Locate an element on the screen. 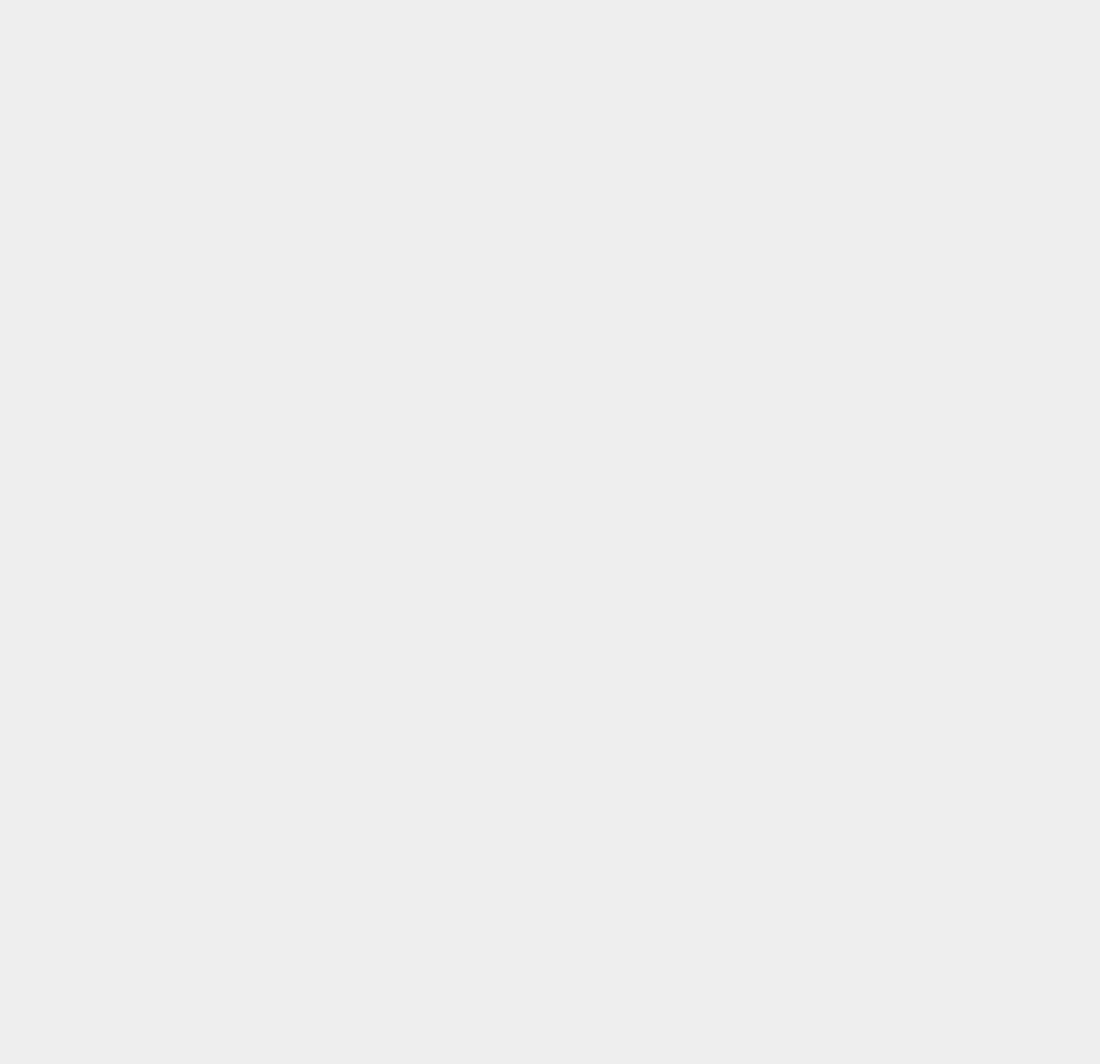 This screenshot has width=1100, height=1064. 'Mobile App Developers' is located at coordinates (846, 477).